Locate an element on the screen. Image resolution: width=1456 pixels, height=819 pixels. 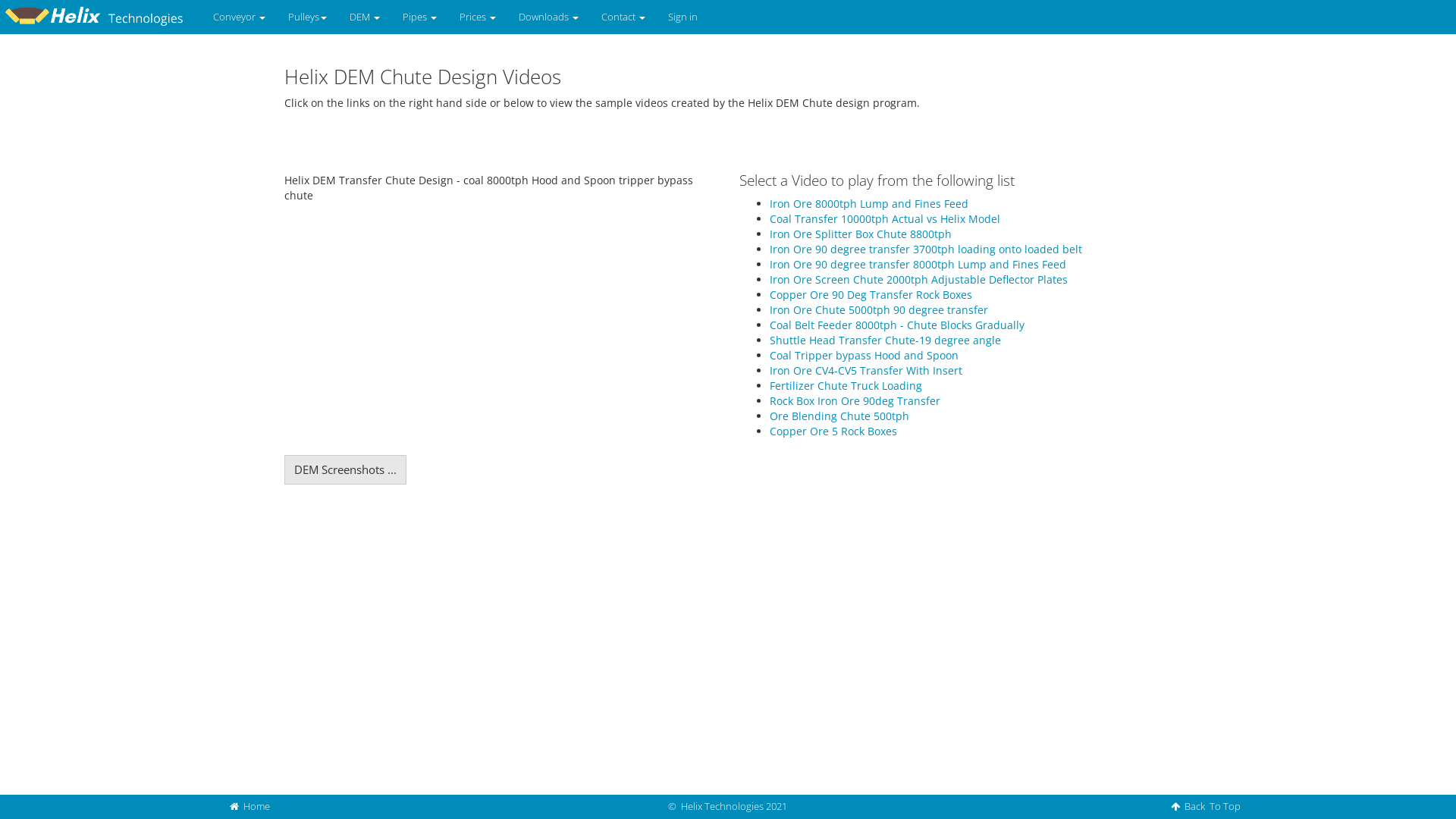
'Iron Ore 8000tph Lump and Fines Feed' is located at coordinates (769, 202).